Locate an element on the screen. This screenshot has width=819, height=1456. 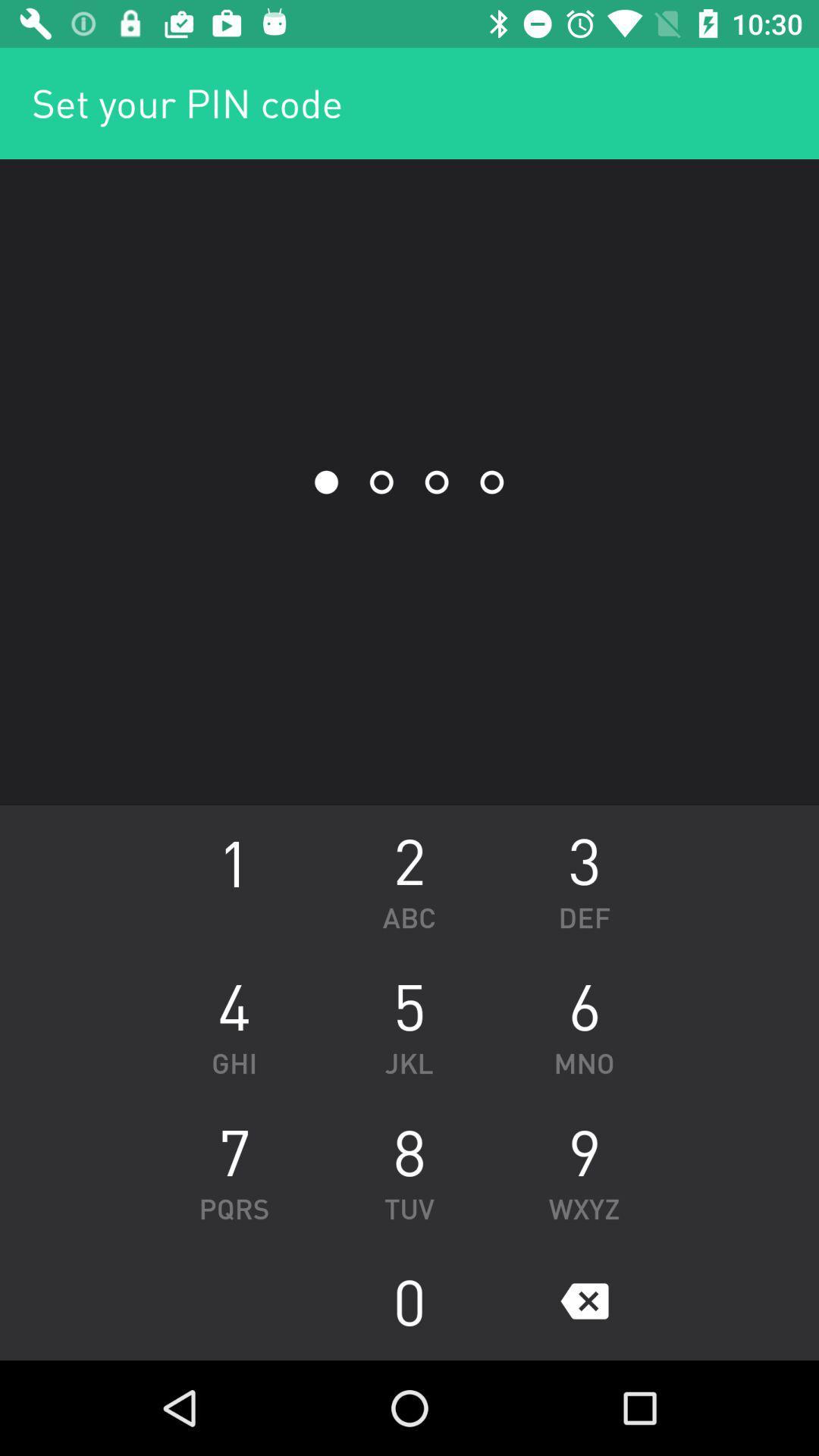
the icon next to the abc icon is located at coordinates (234, 877).